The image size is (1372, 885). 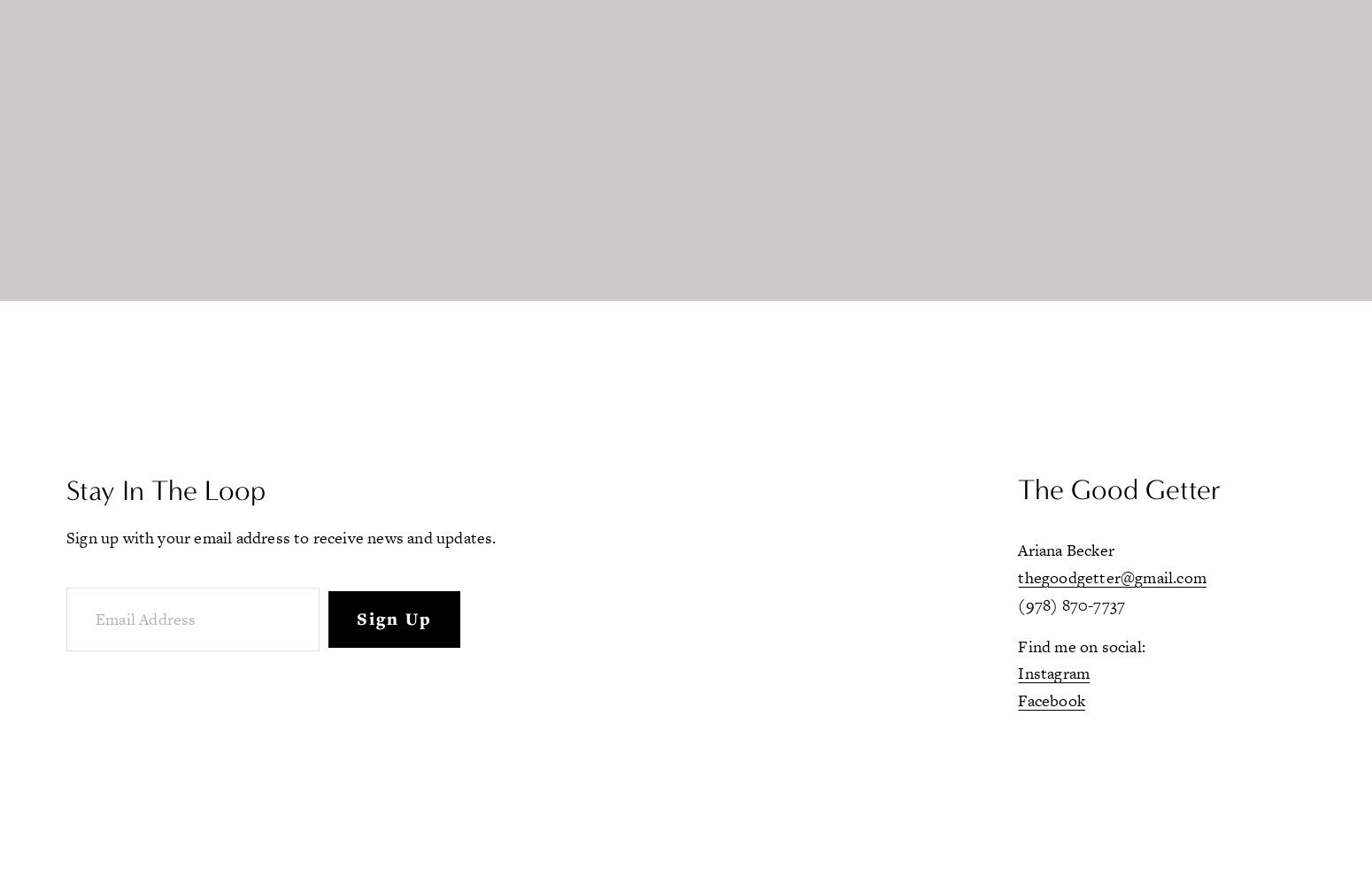 I want to click on 'thegoodgetter@gmail.com', so click(x=1016, y=577).